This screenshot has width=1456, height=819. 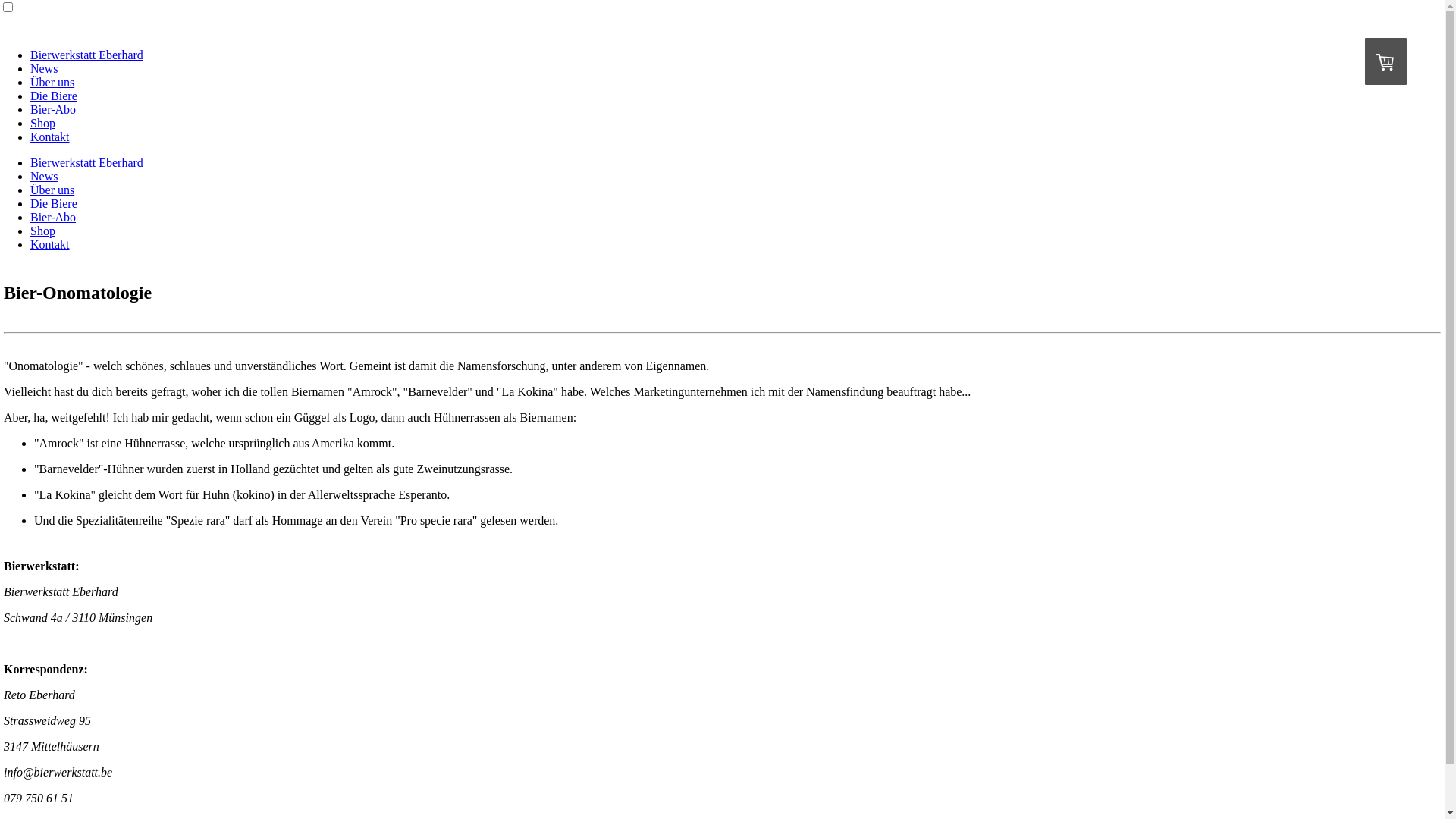 I want to click on 'Die Biere', so click(x=30, y=202).